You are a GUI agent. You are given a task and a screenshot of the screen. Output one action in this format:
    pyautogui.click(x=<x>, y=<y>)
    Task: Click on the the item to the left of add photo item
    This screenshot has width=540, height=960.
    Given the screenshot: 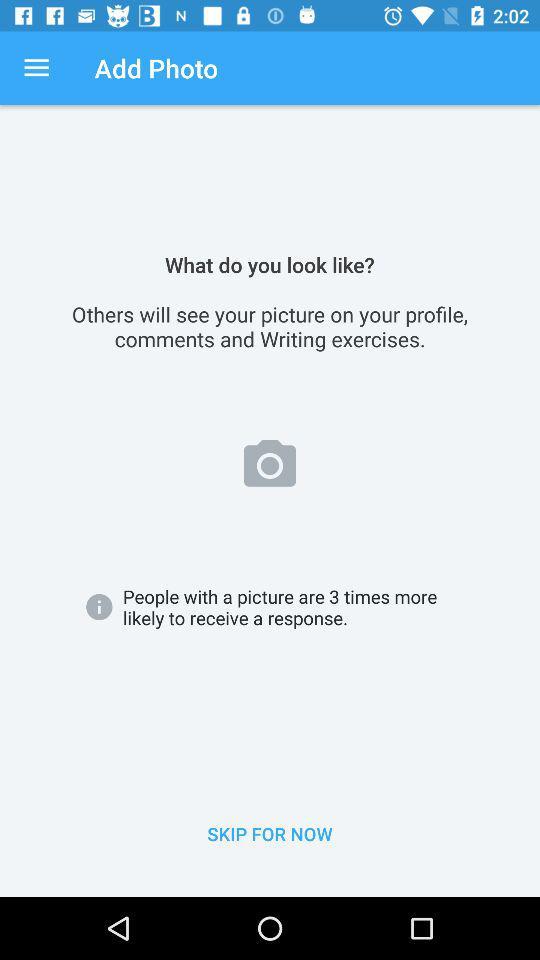 What is the action you would take?
    pyautogui.click(x=36, y=68)
    